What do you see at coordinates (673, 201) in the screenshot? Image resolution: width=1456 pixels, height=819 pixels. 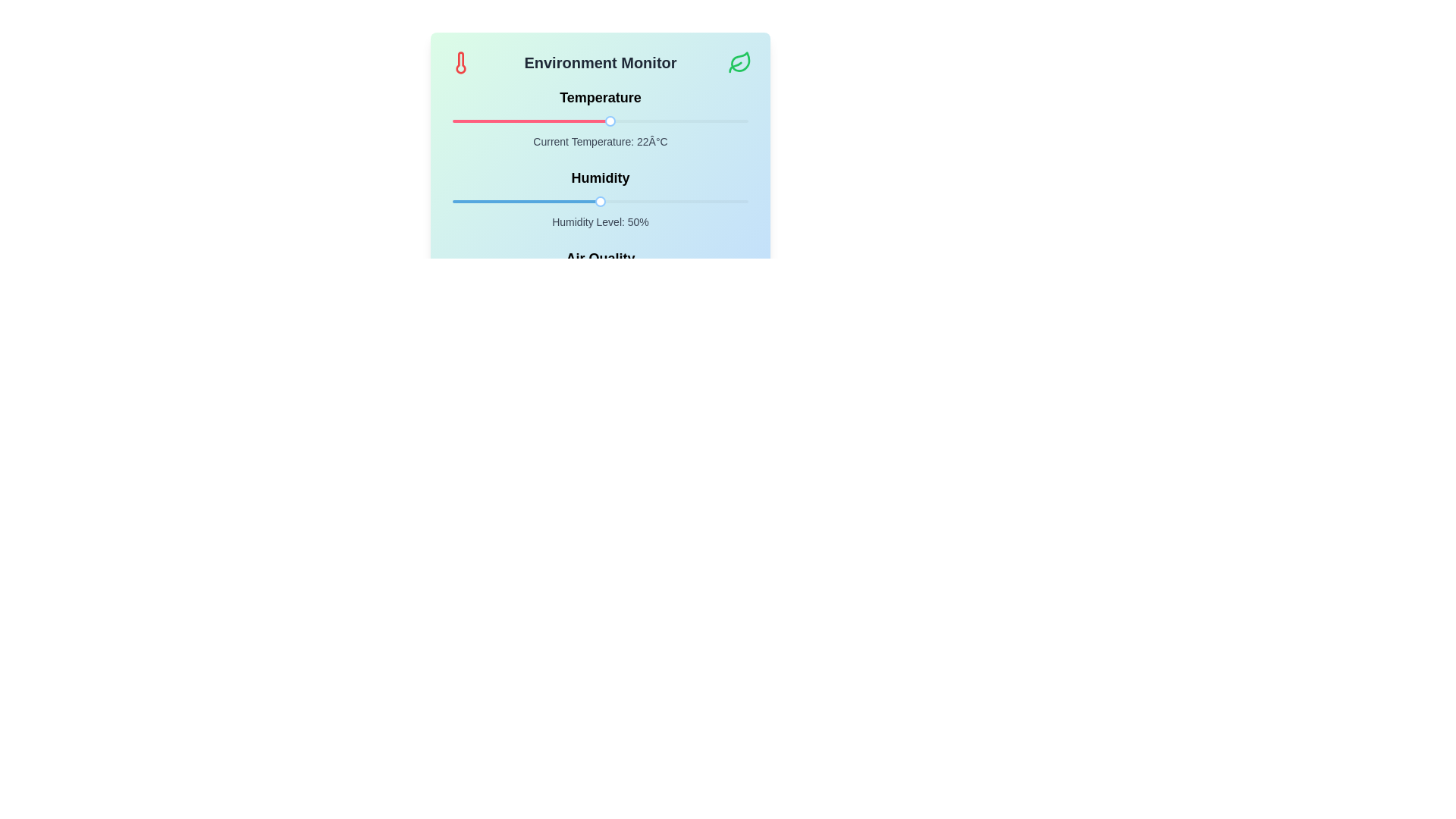 I see `slider value` at bounding box center [673, 201].